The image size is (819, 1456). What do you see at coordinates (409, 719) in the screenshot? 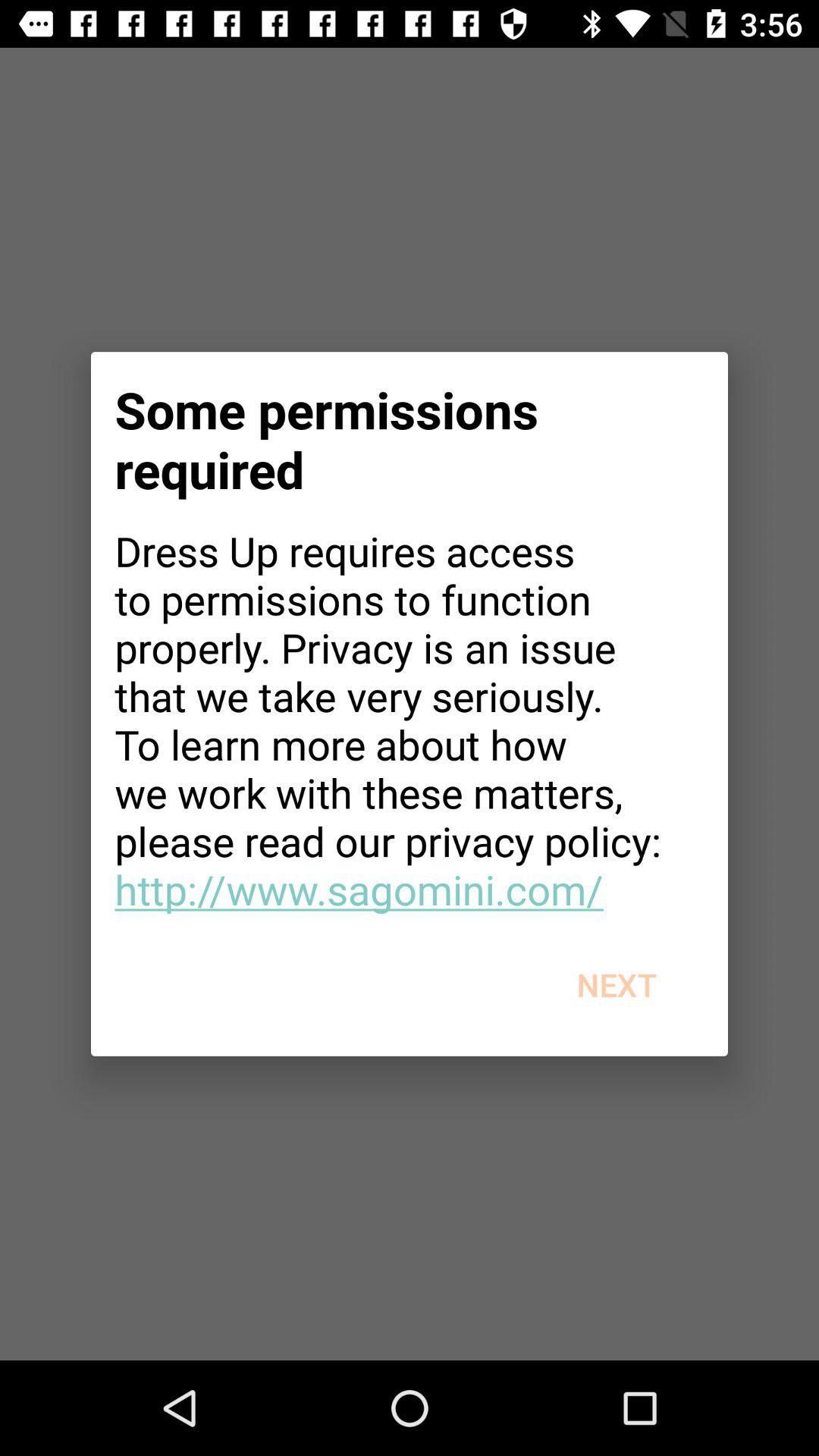
I see `app at the center` at bounding box center [409, 719].